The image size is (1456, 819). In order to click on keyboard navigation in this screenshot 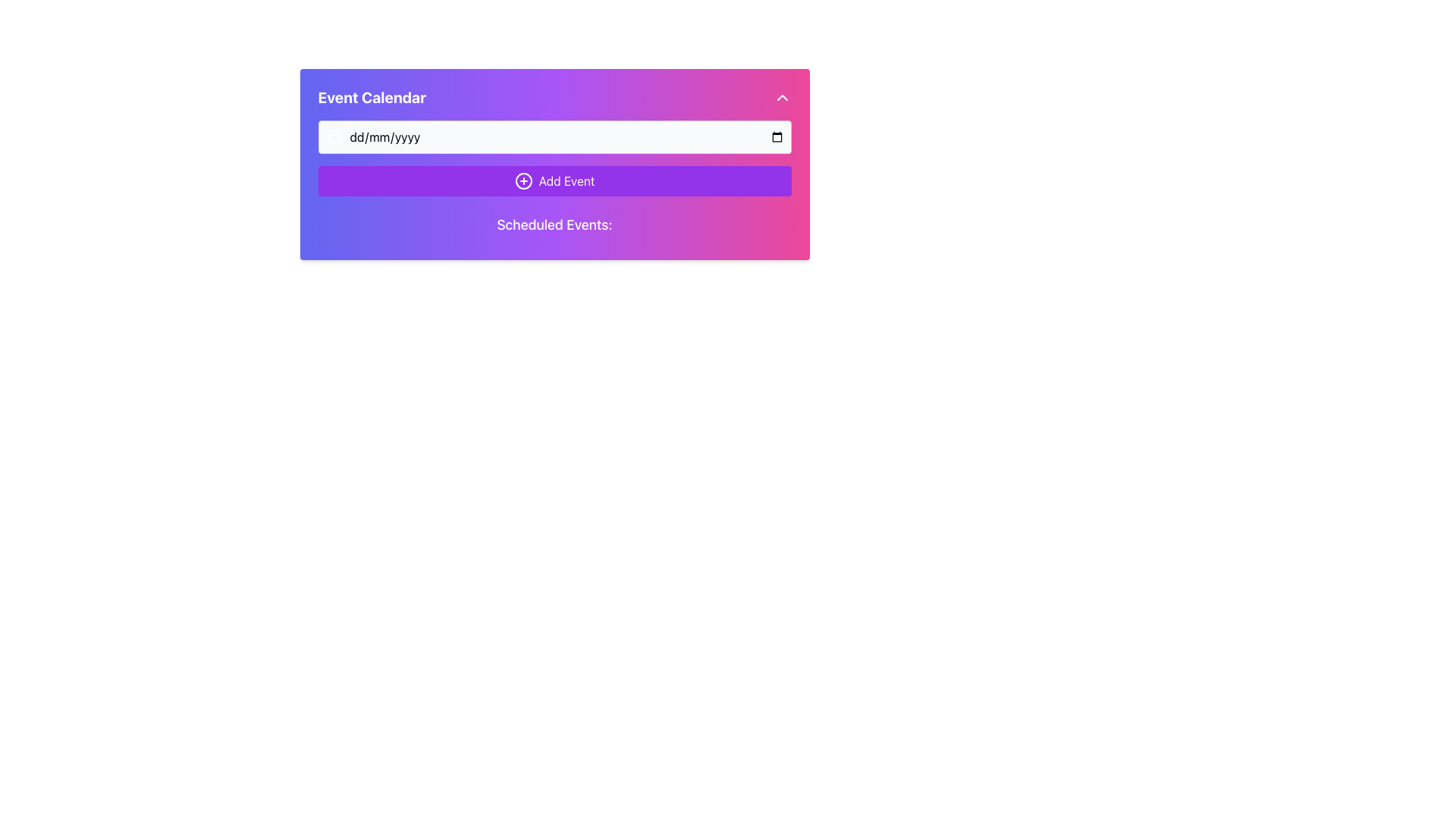, I will do `click(554, 180)`.